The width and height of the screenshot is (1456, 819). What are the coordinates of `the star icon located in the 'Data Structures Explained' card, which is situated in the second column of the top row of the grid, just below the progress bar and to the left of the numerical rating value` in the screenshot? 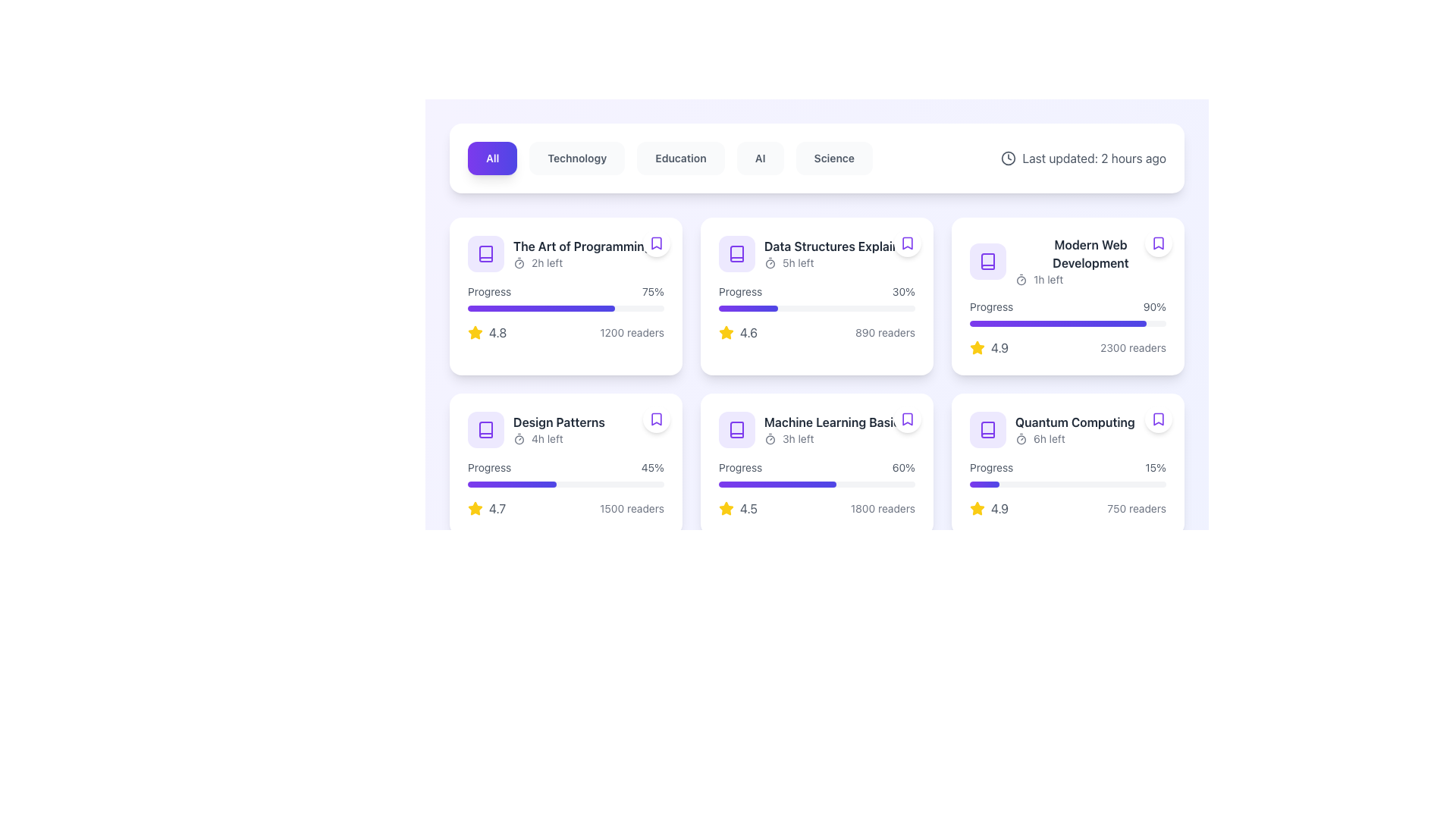 It's located at (726, 331).